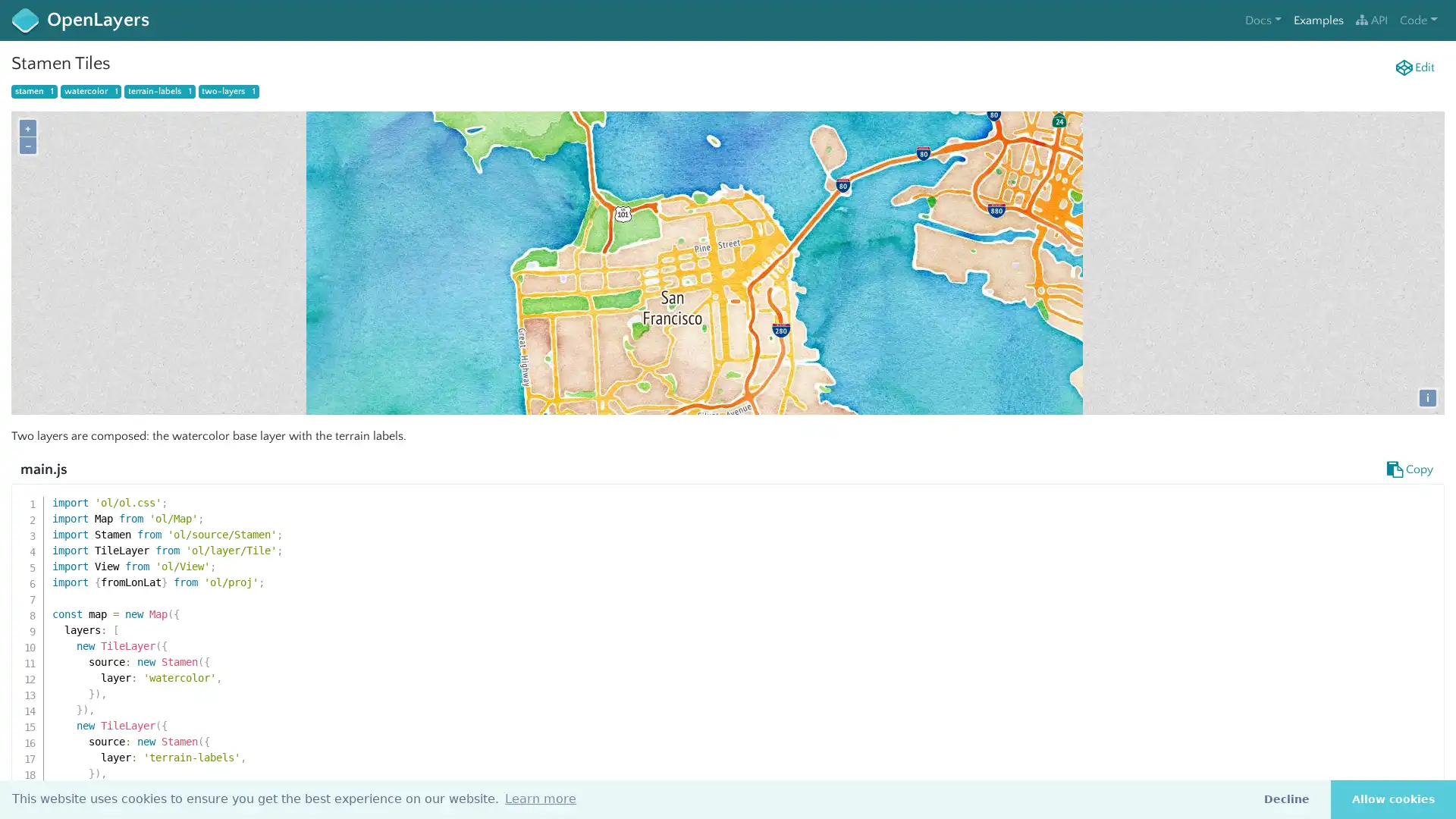  What do you see at coordinates (1408, 467) in the screenshot?
I see `Copy` at bounding box center [1408, 467].